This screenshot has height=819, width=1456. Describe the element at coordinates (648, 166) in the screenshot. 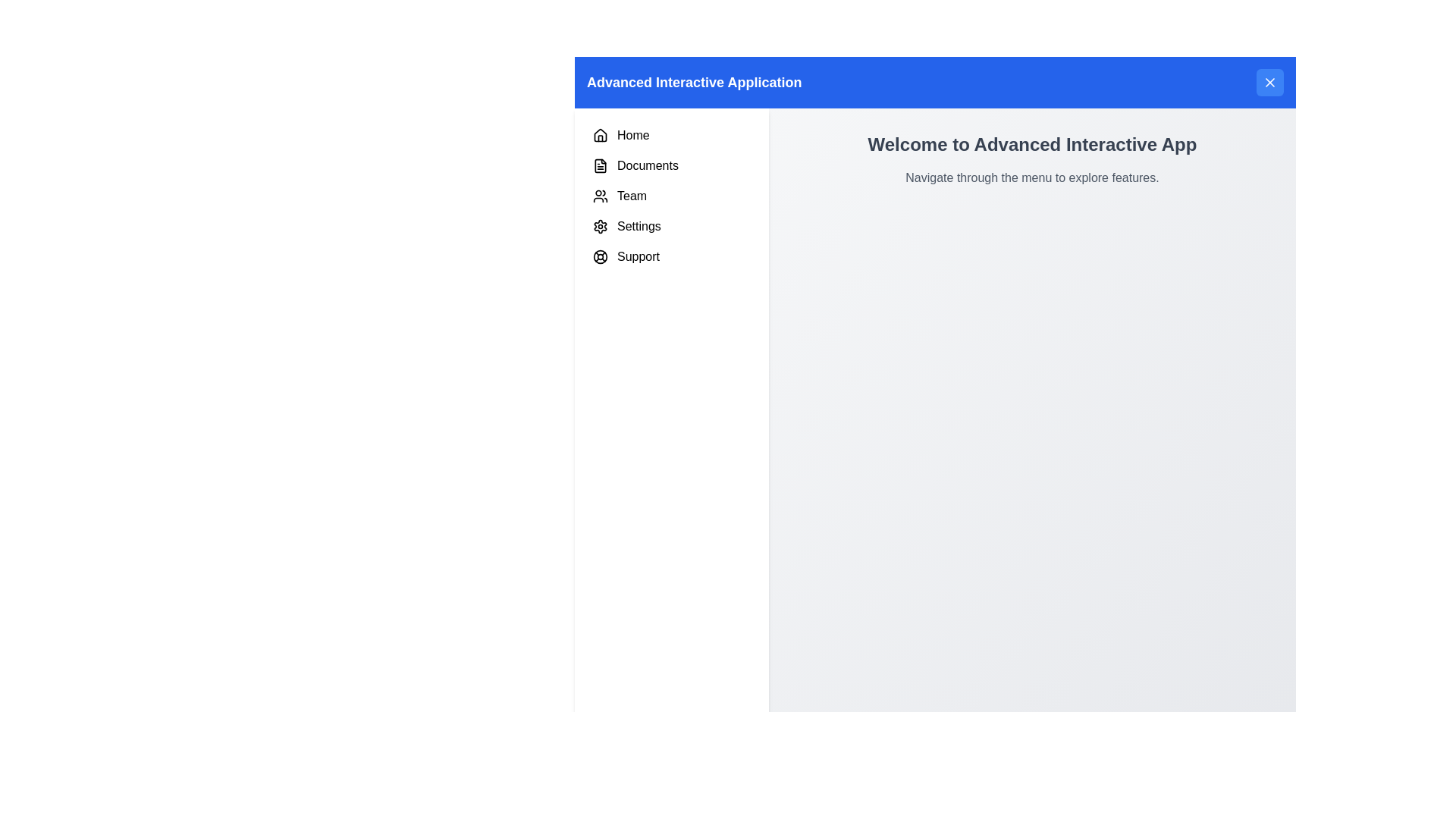

I see `the 'Documents' navigation link in the vertical menu` at that location.